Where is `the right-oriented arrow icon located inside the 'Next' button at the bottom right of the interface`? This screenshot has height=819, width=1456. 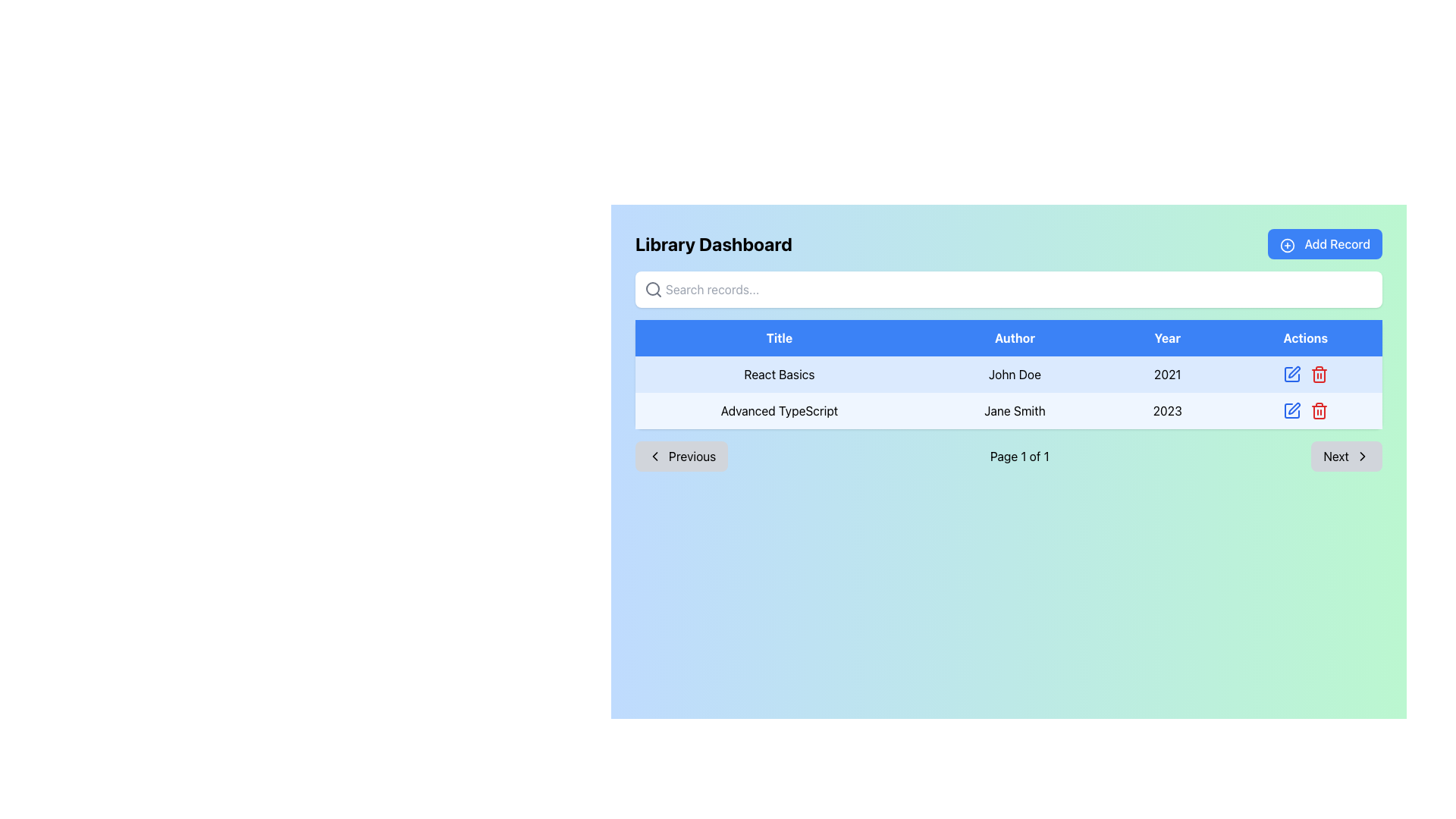 the right-oriented arrow icon located inside the 'Next' button at the bottom right of the interface is located at coordinates (1362, 455).